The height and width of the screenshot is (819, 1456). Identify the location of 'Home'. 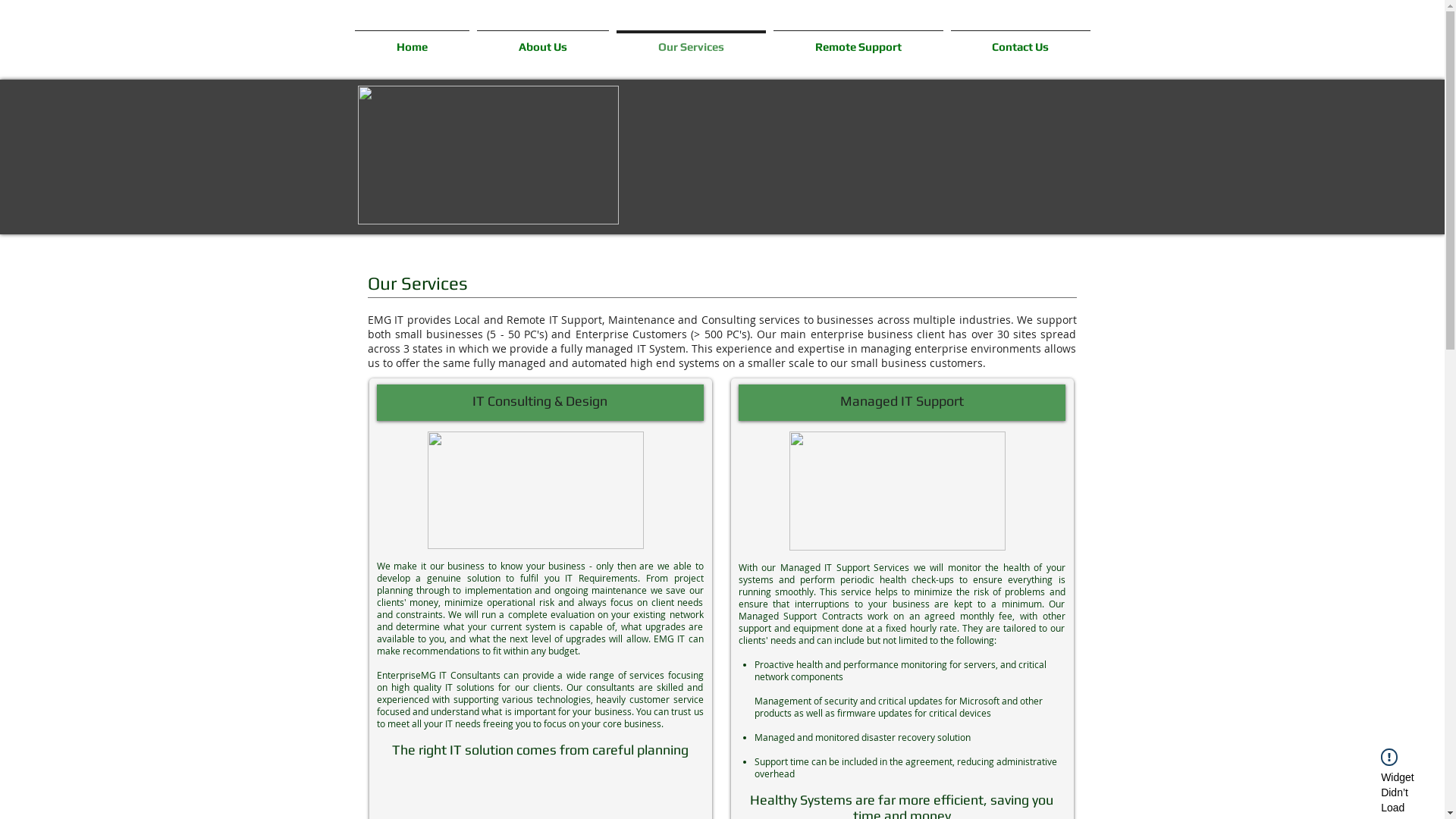
(349, 39).